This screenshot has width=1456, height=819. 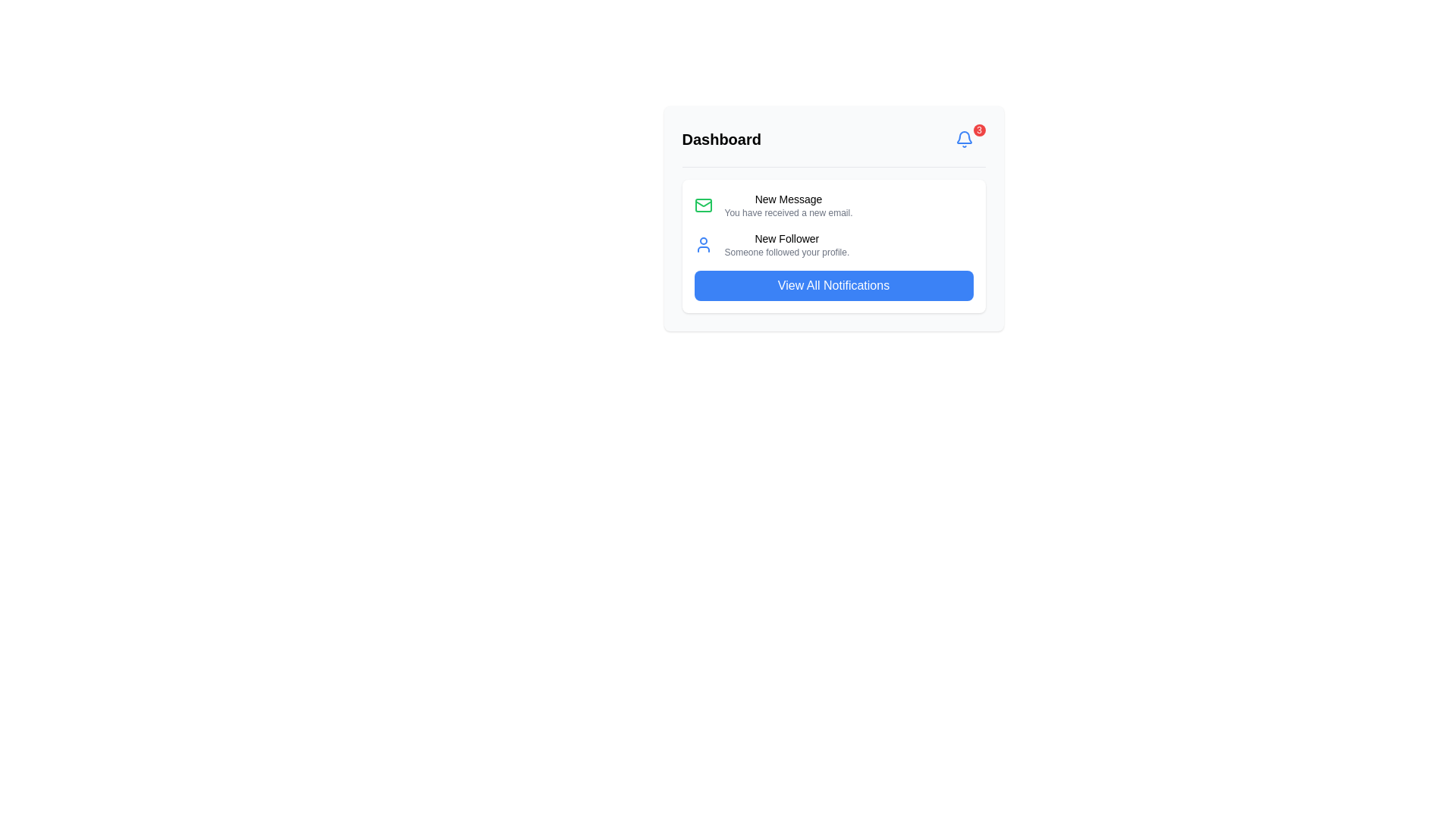 What do you see at coordinates (786, 239) in the screenshot?
I see `the title label of the second notification on the right side of the dashboard` at bounding box center [786, 239].